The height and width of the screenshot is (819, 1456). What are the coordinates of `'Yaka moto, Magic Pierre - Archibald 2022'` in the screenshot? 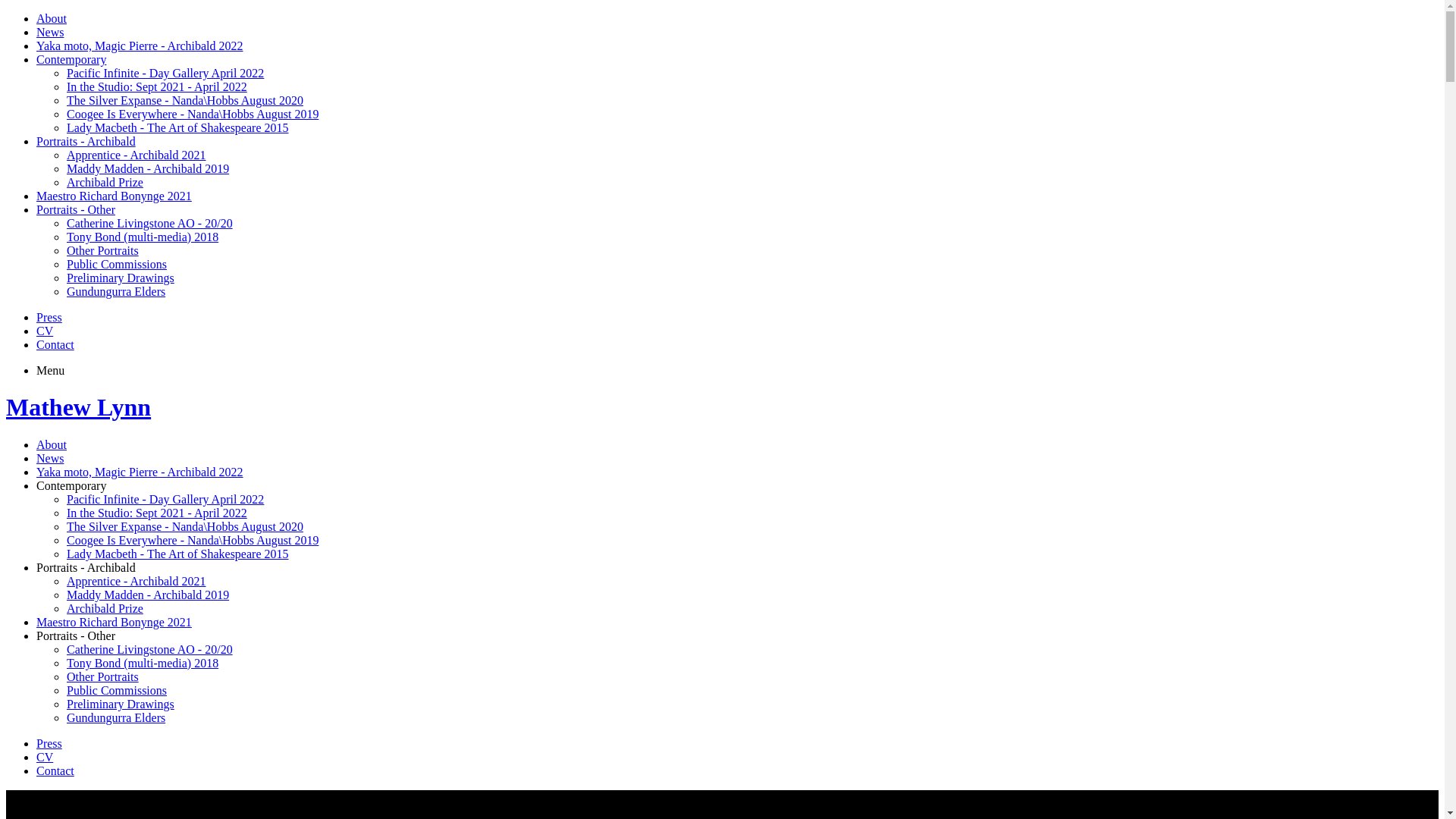 It's located at (36, 45).